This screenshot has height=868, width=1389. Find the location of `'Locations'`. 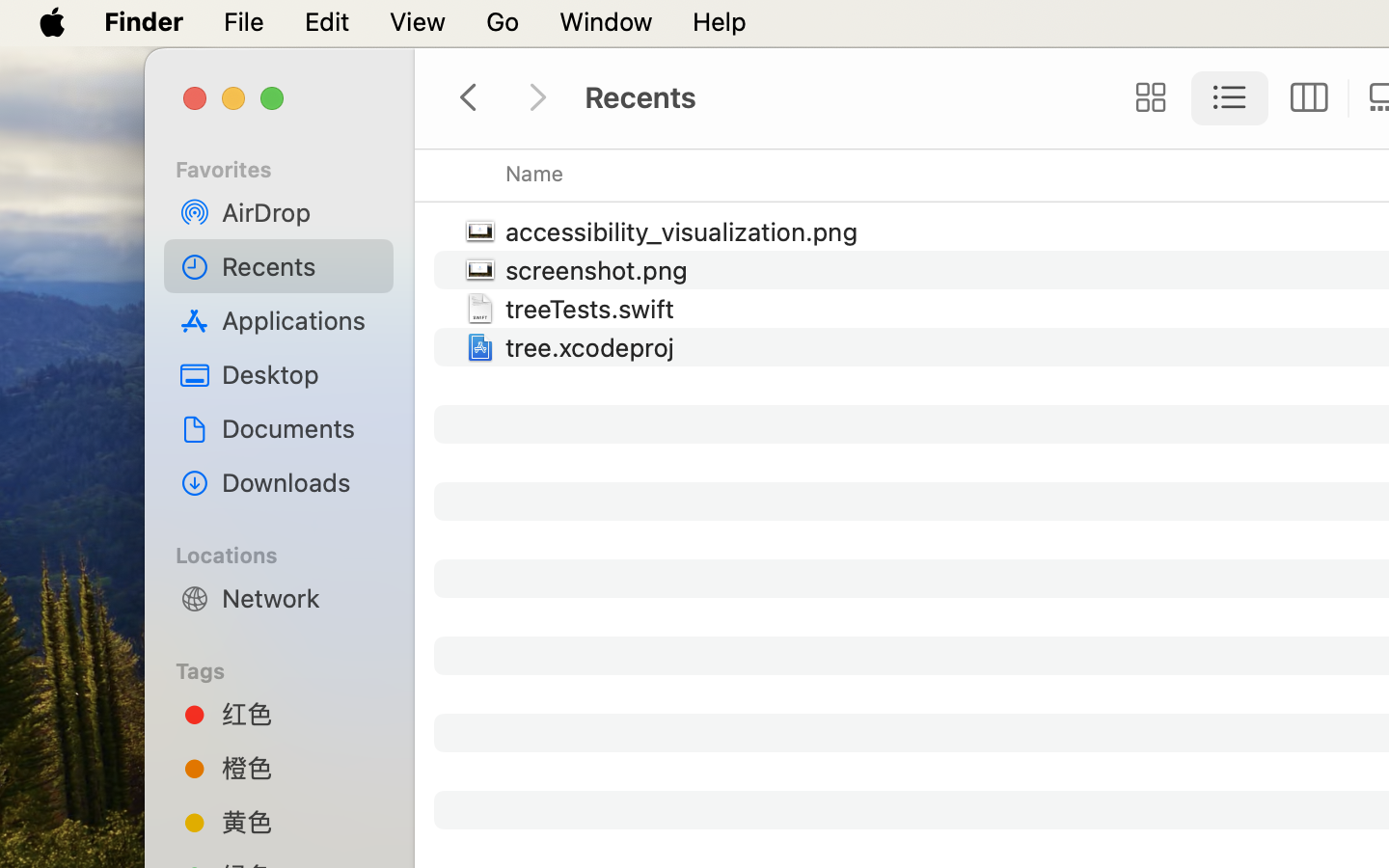

'Locations' is located at coordinates (288, 553).